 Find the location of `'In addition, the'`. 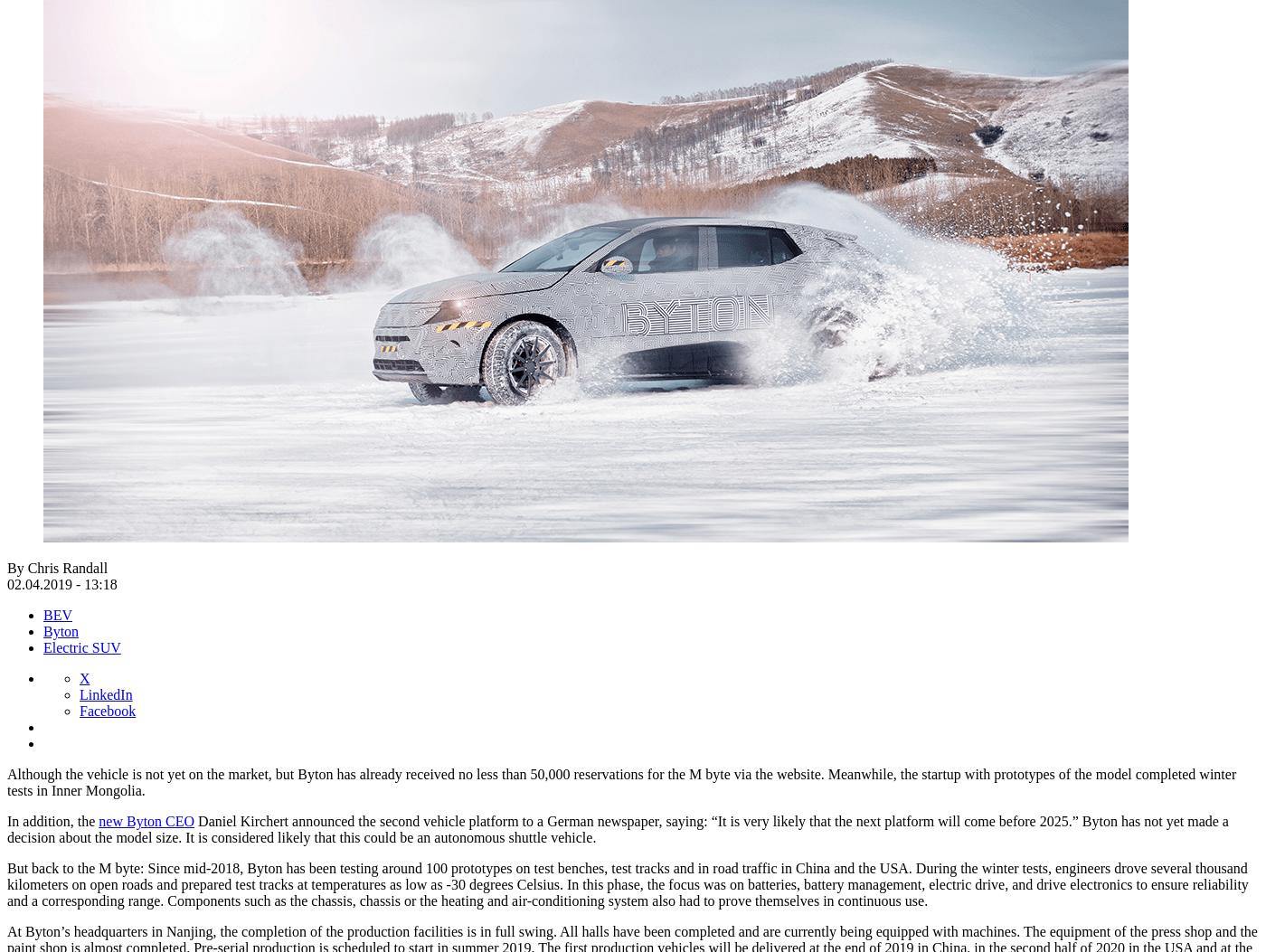

'In addition, the' is located at coordinates (52, 820).